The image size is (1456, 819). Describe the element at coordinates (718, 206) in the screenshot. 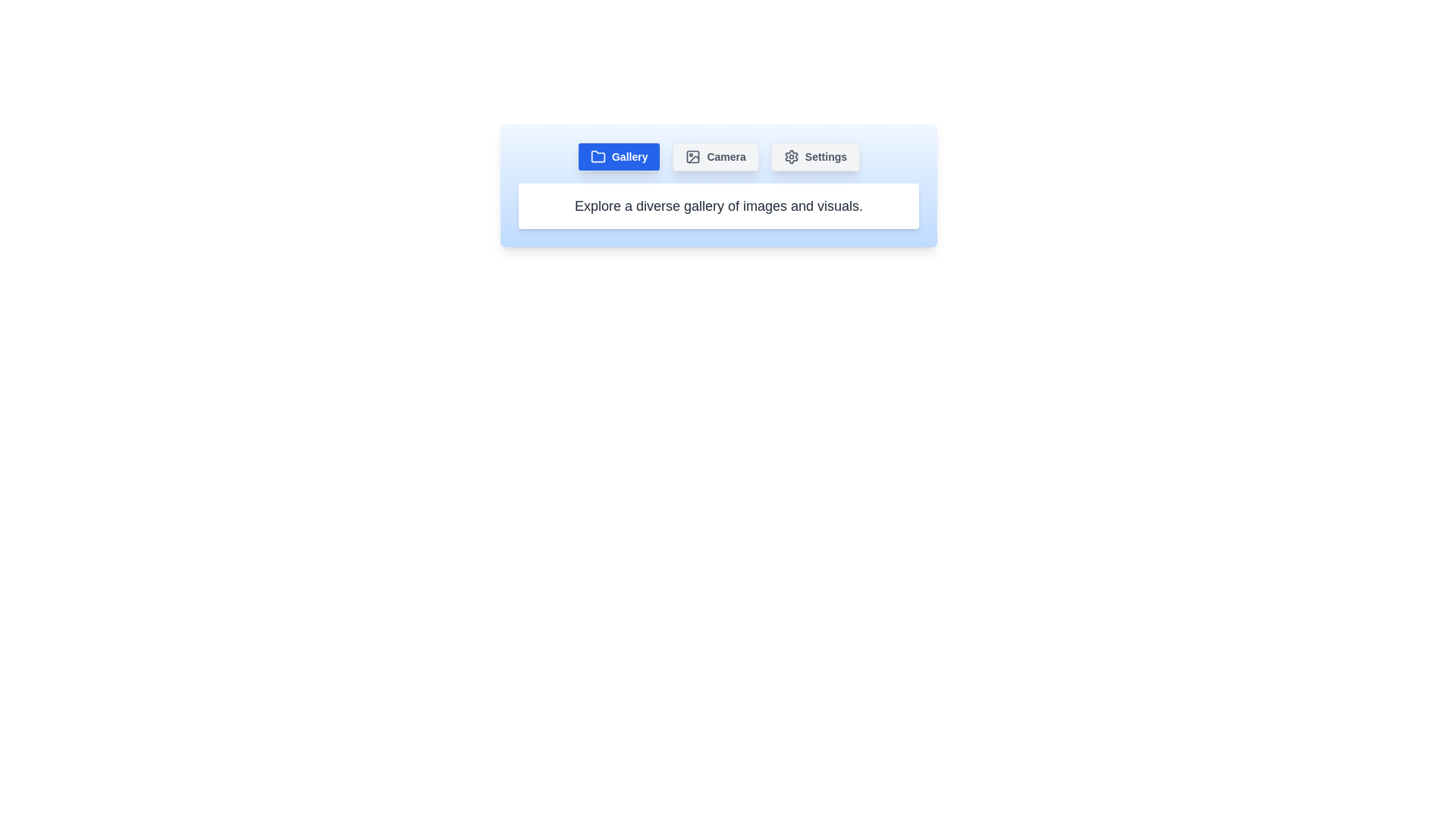

I see `the static text that displays 'Explore a diverse gallery of images and visuals.' This text is bold and large, located in a white rectangular card beneath a blue section with buttons` at that location.